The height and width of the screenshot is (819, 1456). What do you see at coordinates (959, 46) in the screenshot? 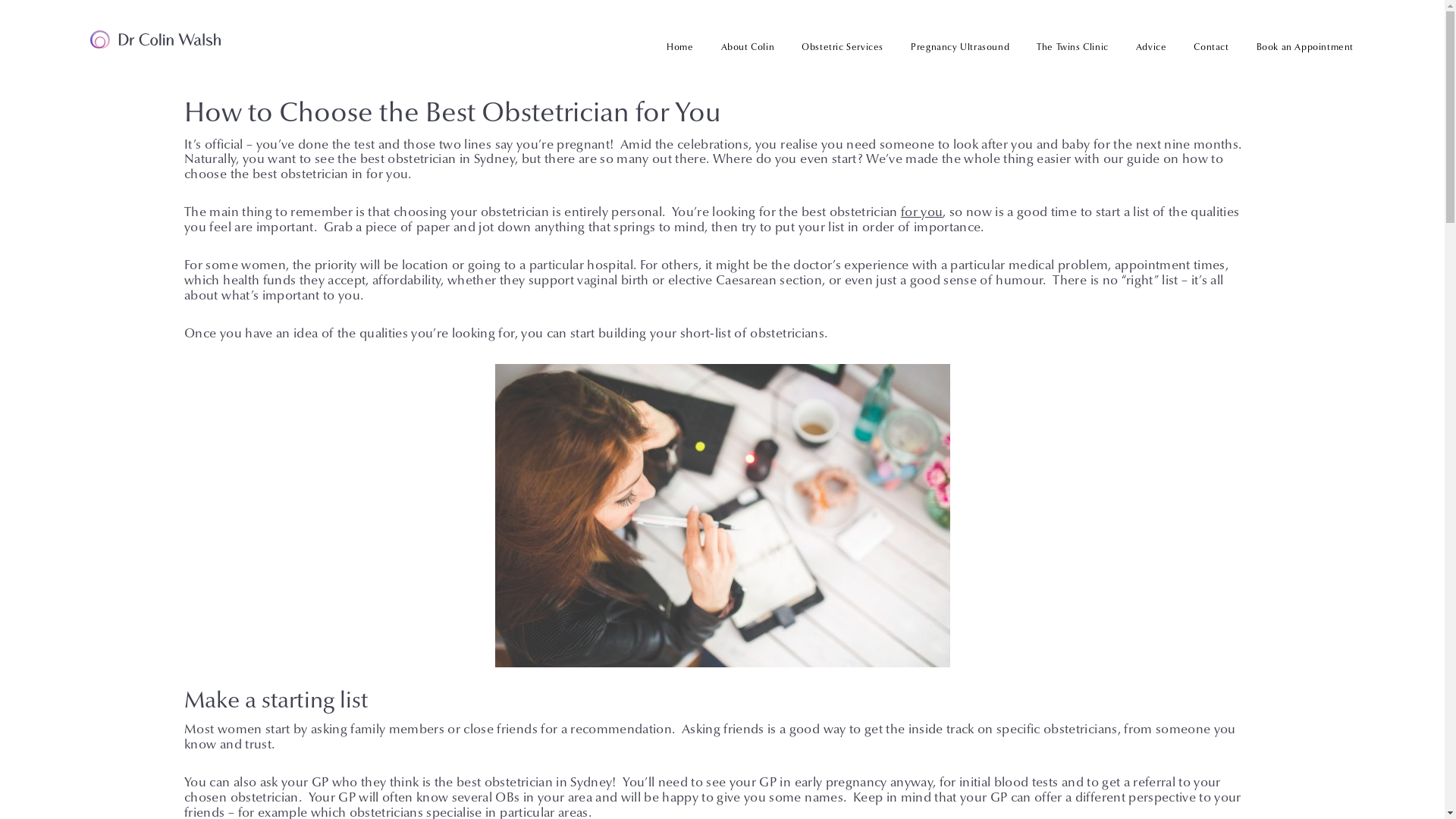
I see `'Pregnancy Ultrasound'` at bounding box center [959, 46].